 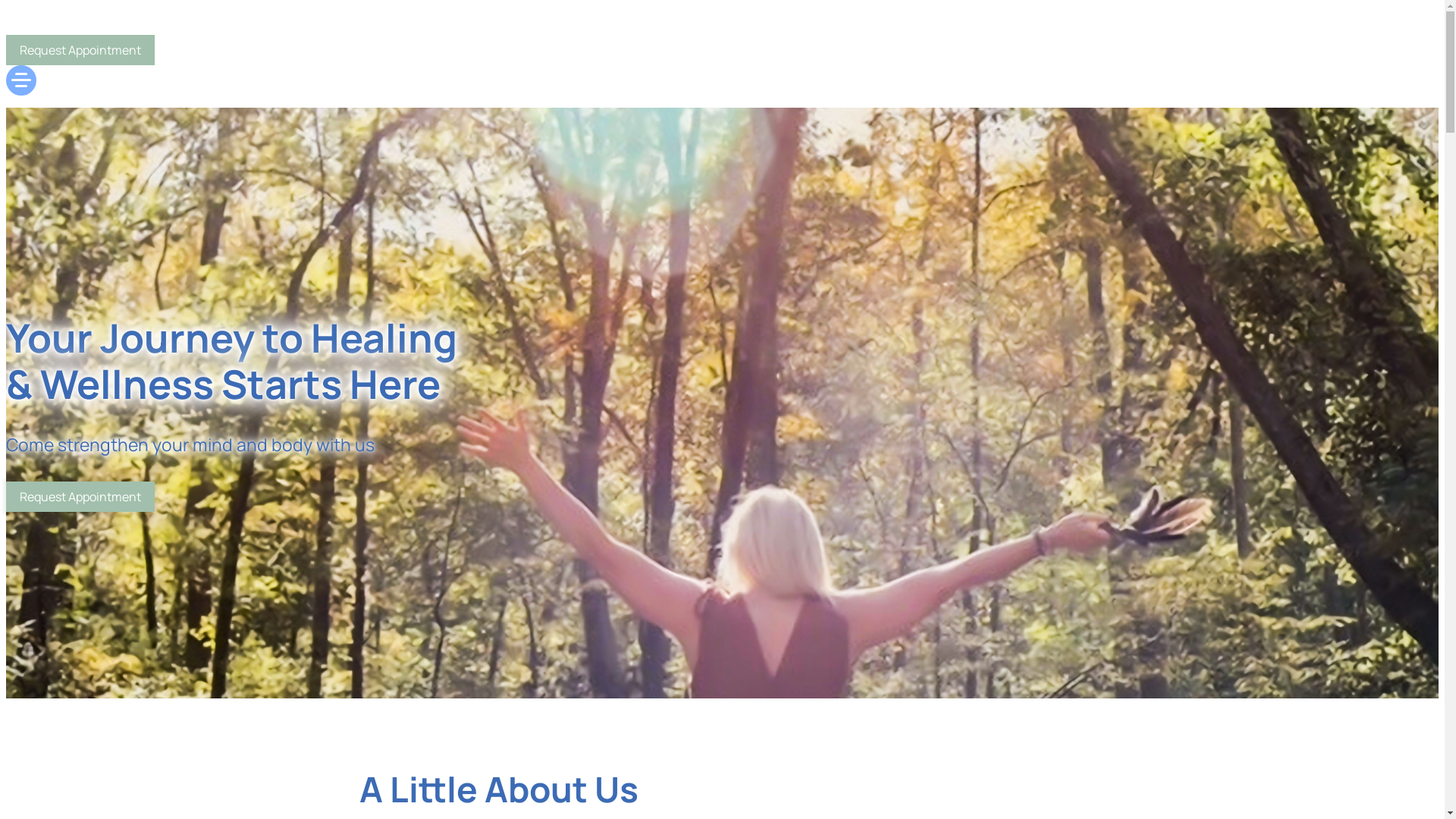 I want to click on 'Request Appointment', so click(x=6, y=49).